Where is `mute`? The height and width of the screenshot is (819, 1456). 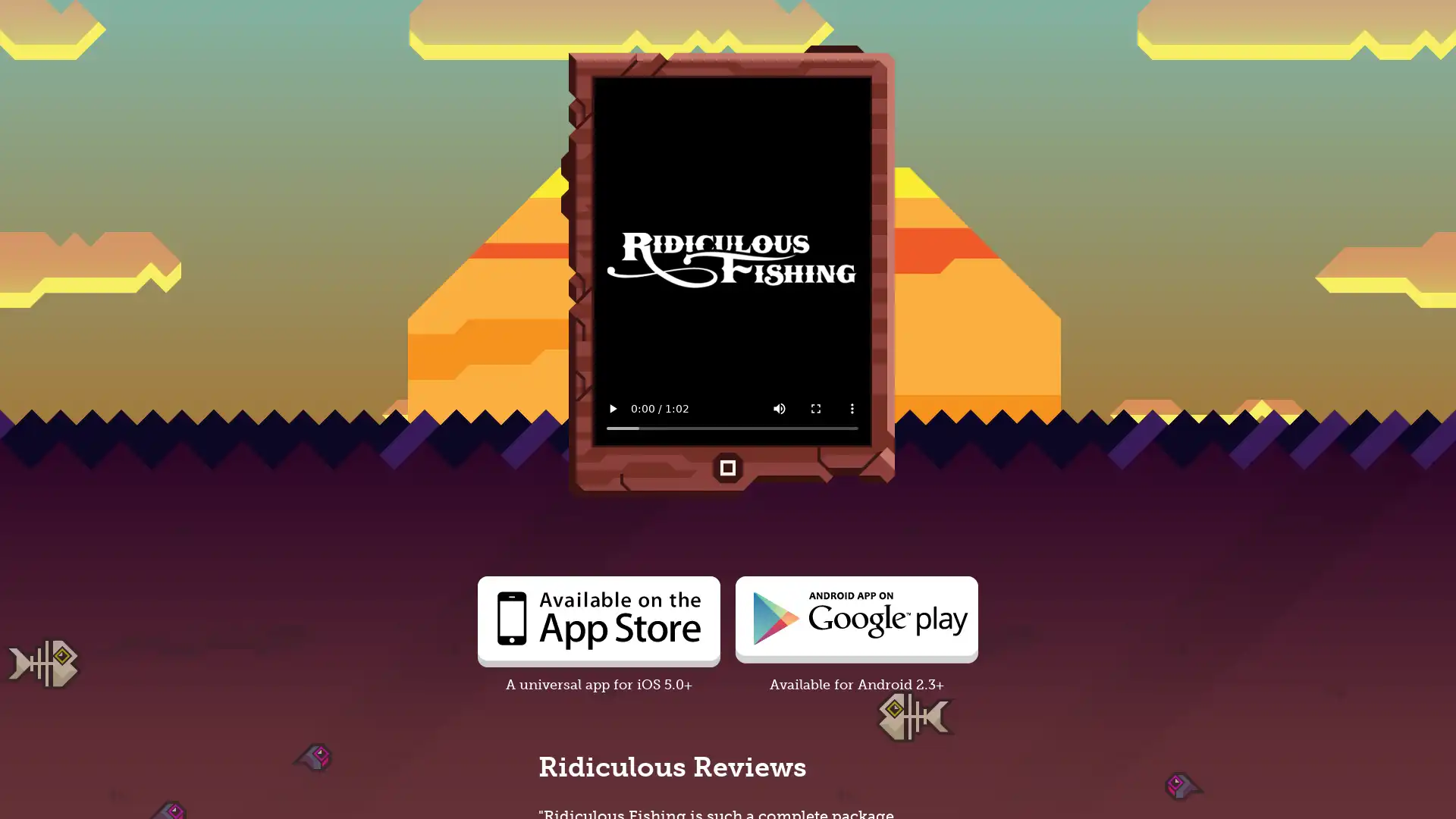
mute is located at coordinates (779, 408).